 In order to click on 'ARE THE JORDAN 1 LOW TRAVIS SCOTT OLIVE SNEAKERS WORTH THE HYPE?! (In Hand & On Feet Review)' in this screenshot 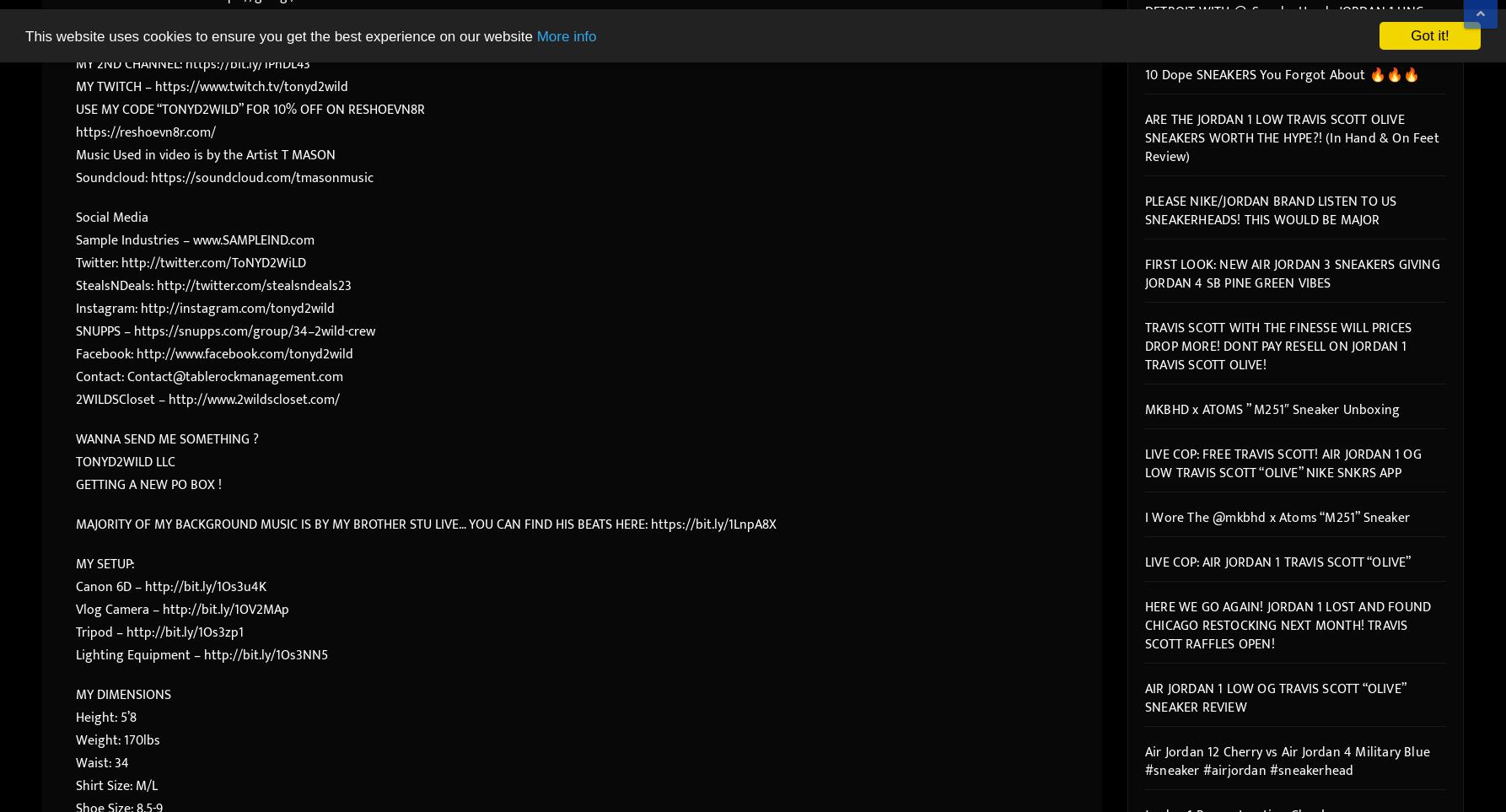, I will do `click(1292, 137)`.